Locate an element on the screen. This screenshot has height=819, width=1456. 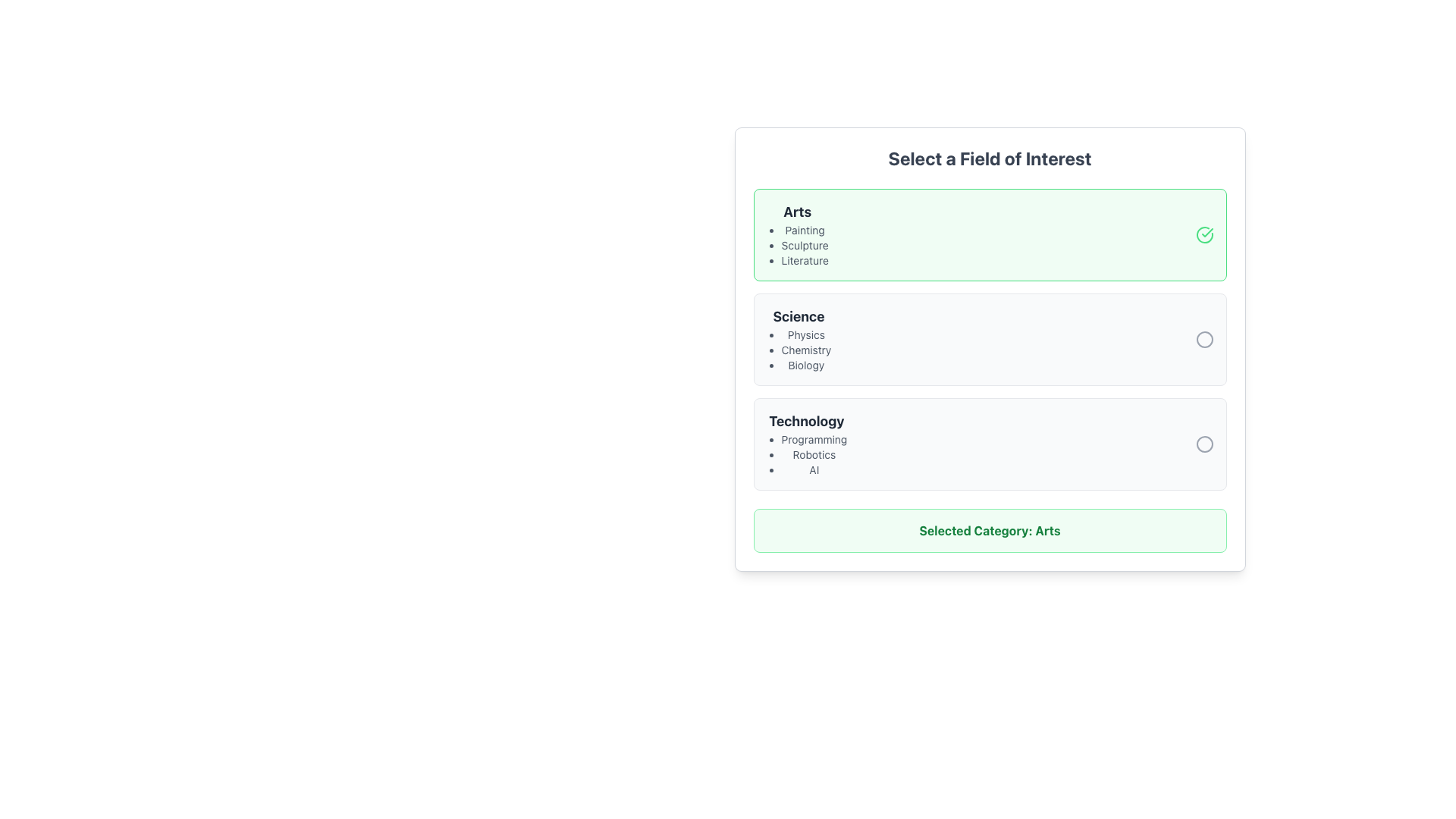
the 'Technology' category title, which is a non-interactive text label positioned in the middle-right part of the interface, indicating the content below it is located at coordinates (805, 421).